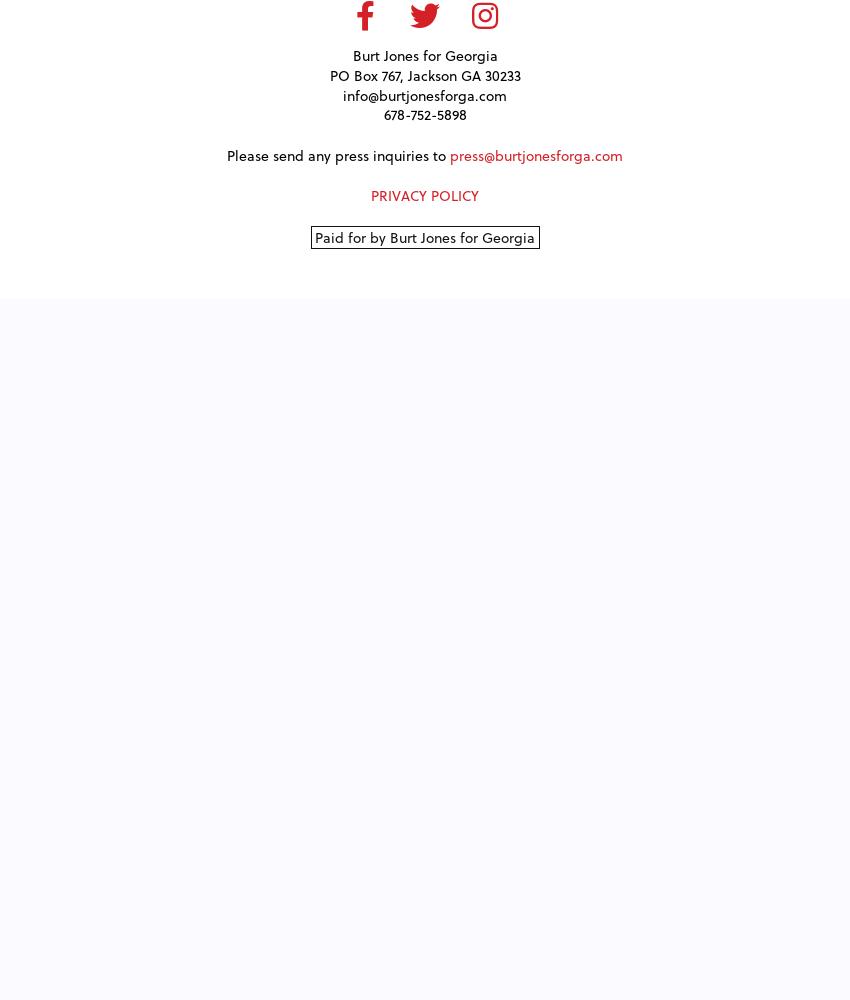  What do you see at coordinates (535, 154) in the screenshot?
I see `'press@burtjonesforga.com'` at bounding box center [535, 154].